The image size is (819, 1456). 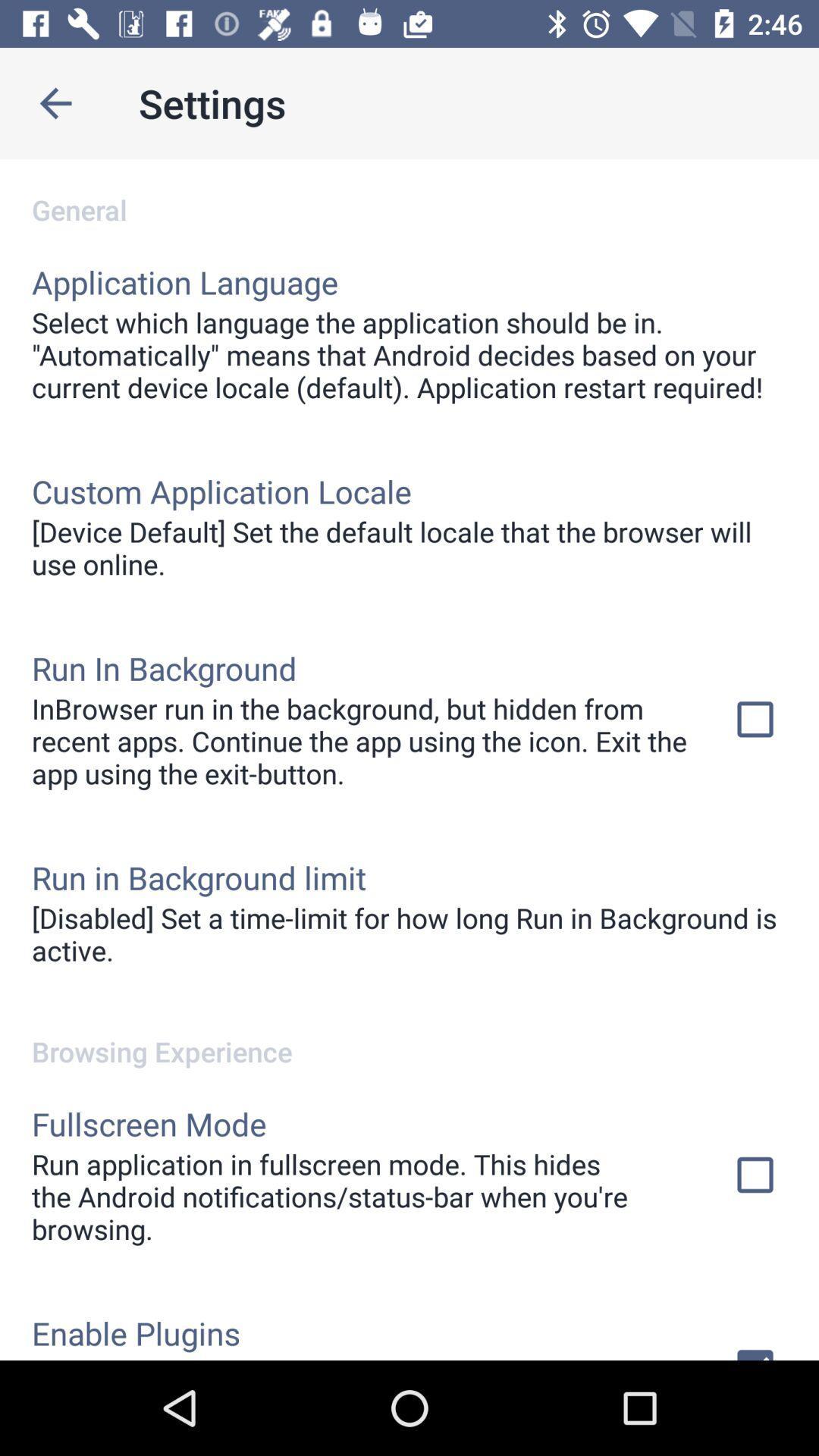 I want to click on the icon below application language app, so click(x=409, y=354).